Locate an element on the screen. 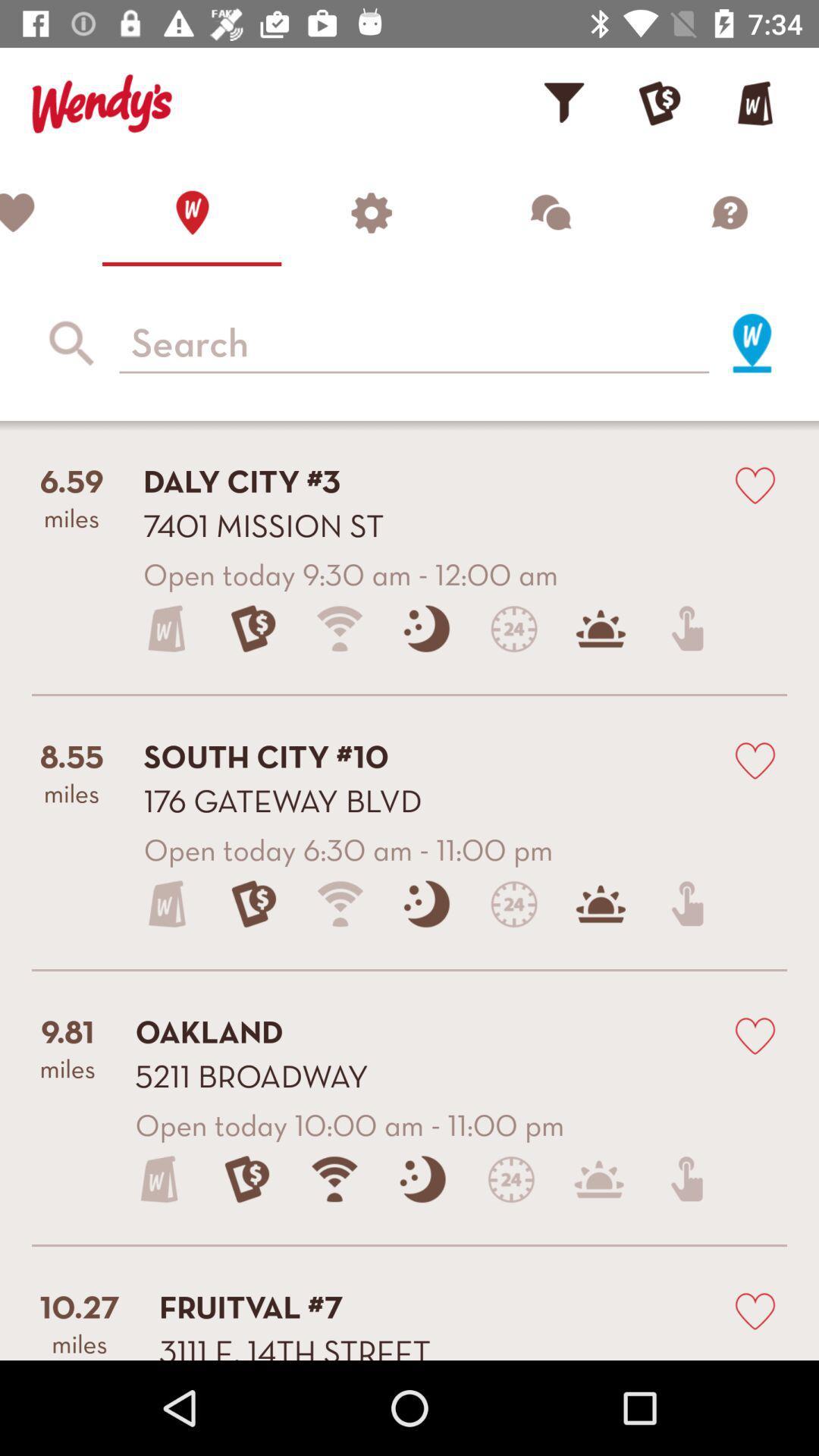 This screenshot has height=1456, width=819. choose to love this is located at coordinates (755, 1034).